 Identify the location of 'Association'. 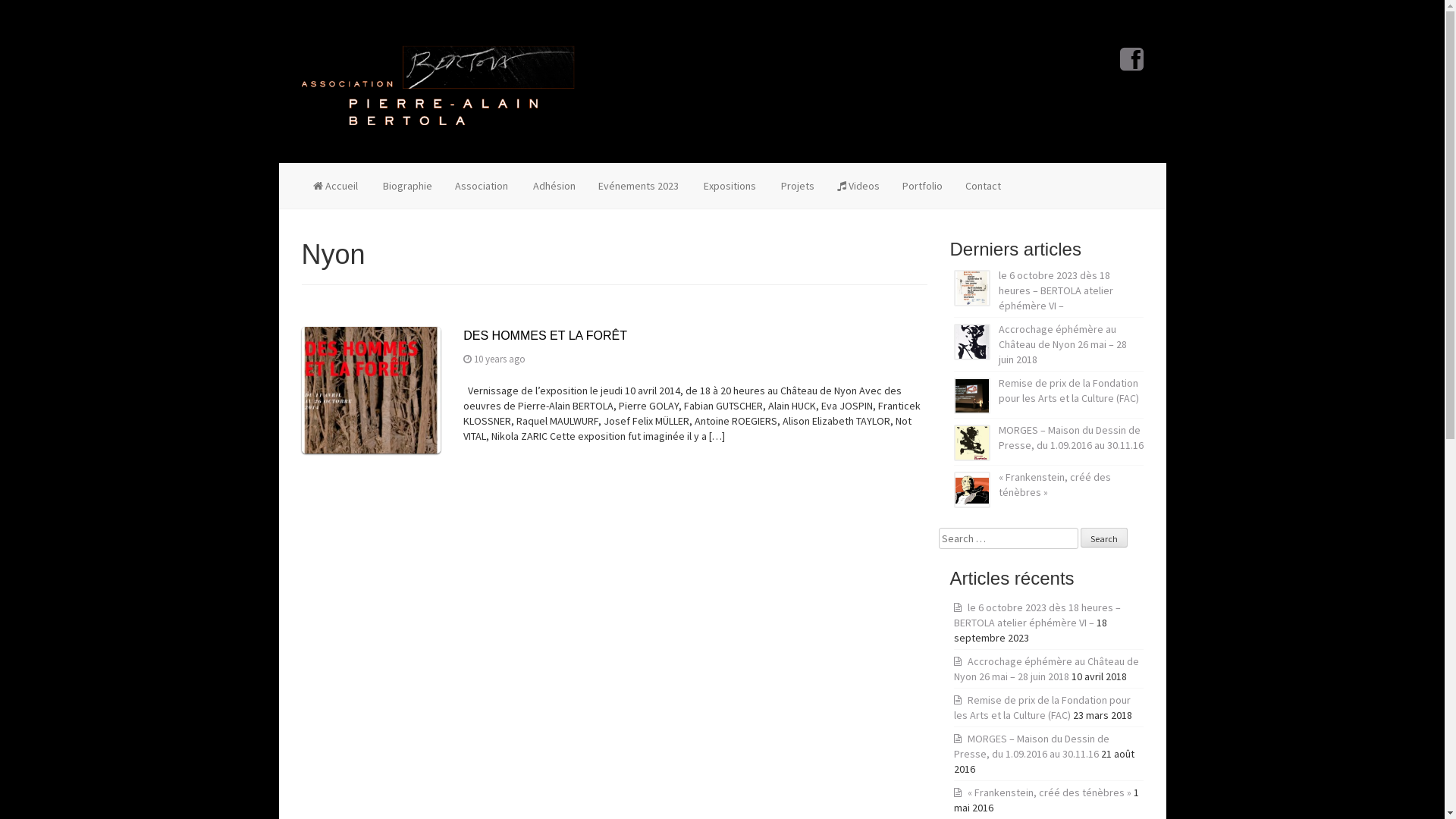
(479, 185).